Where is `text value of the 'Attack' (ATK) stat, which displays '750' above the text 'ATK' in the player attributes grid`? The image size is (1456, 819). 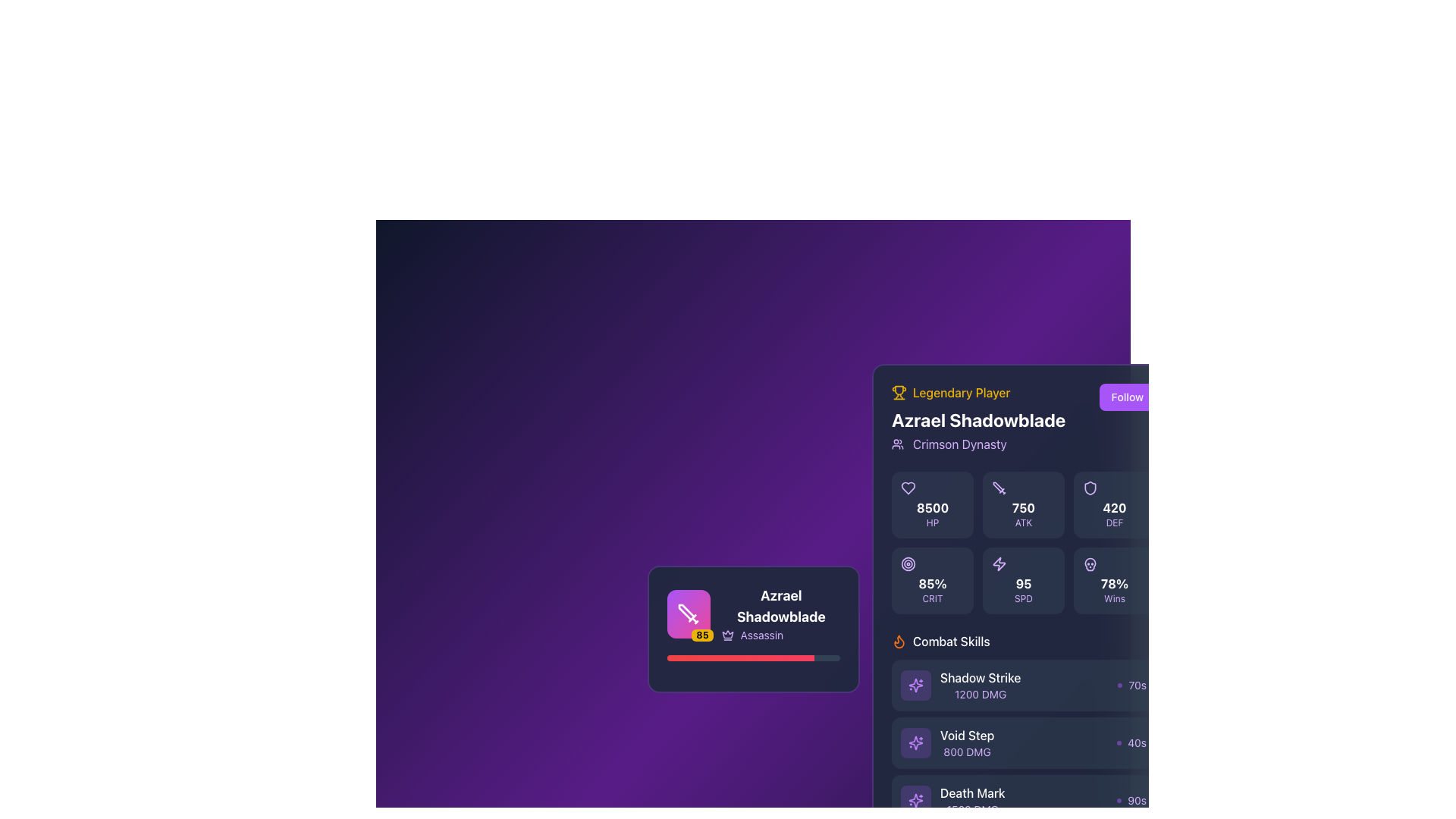 text value of the 'Attack' (ATK) stat, which displays '750' above the text 'ATK' in the player attributes grid is located at coordinates (1023, 508).